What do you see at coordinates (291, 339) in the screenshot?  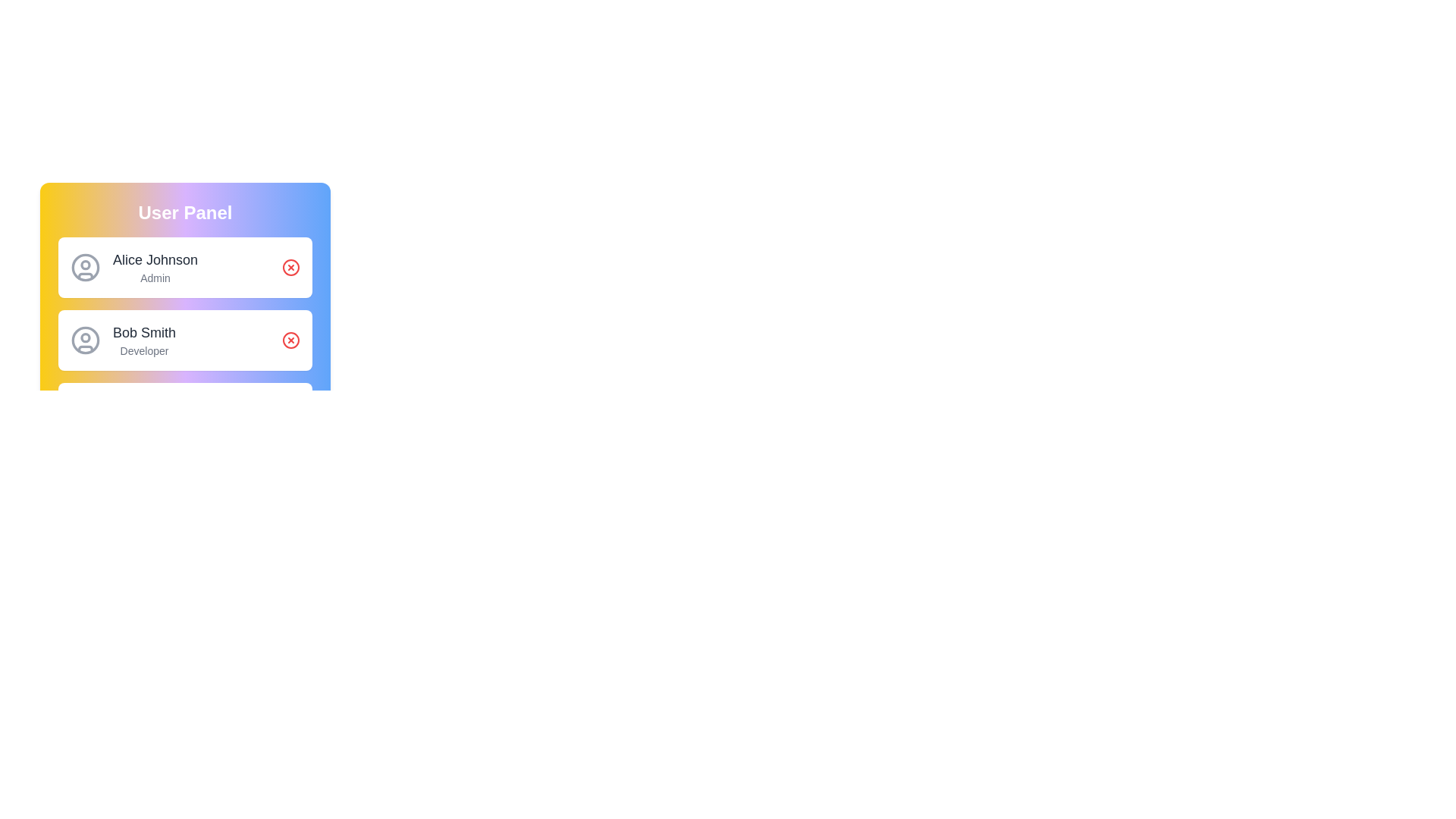 I see `the delete icon associated with the user entry 'Bob Smith' (Developer)` at bounding box center [291, 339].